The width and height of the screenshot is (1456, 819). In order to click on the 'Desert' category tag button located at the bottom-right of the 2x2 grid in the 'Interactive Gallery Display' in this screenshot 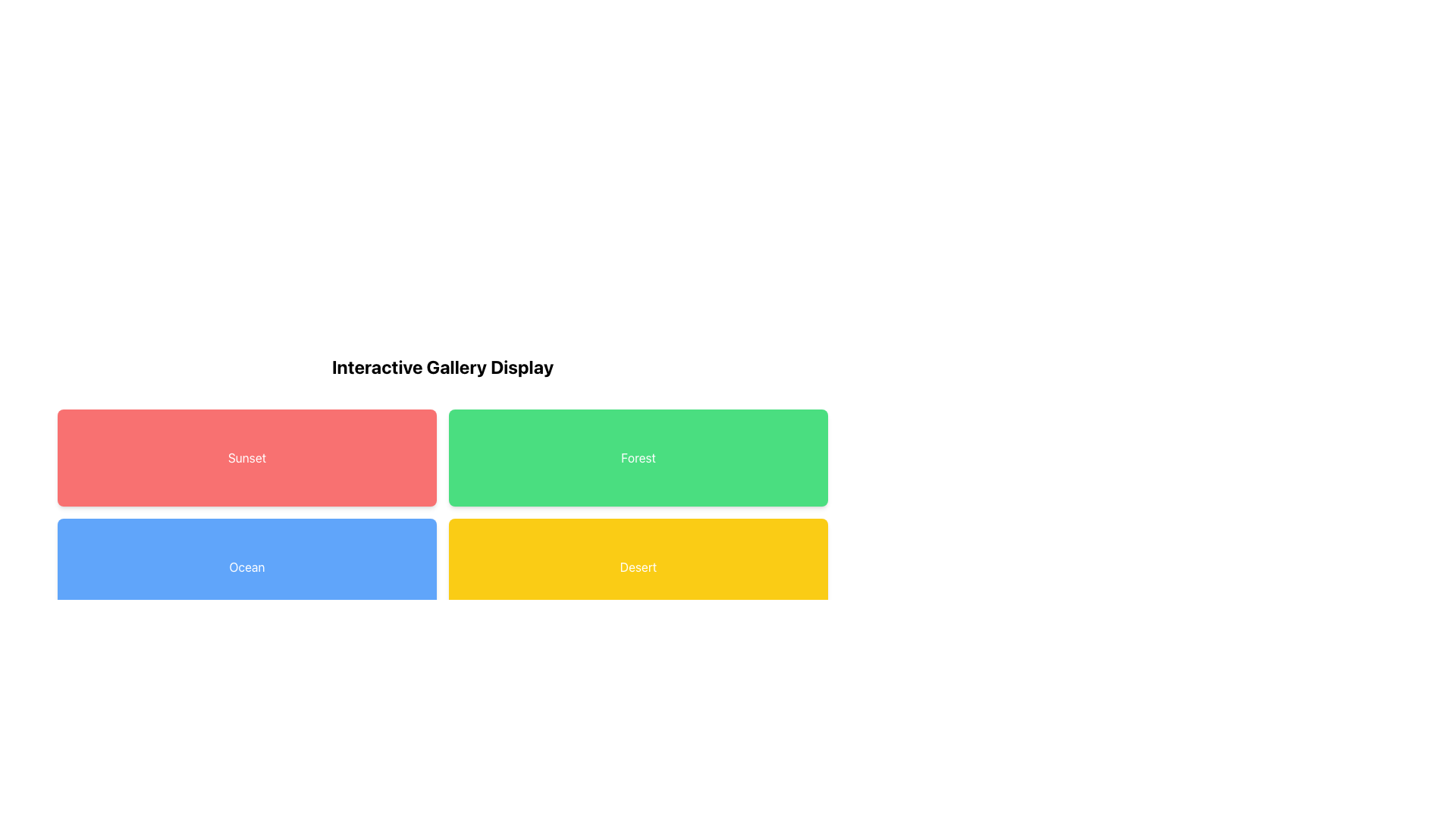, I will do `click(638, 567)`.